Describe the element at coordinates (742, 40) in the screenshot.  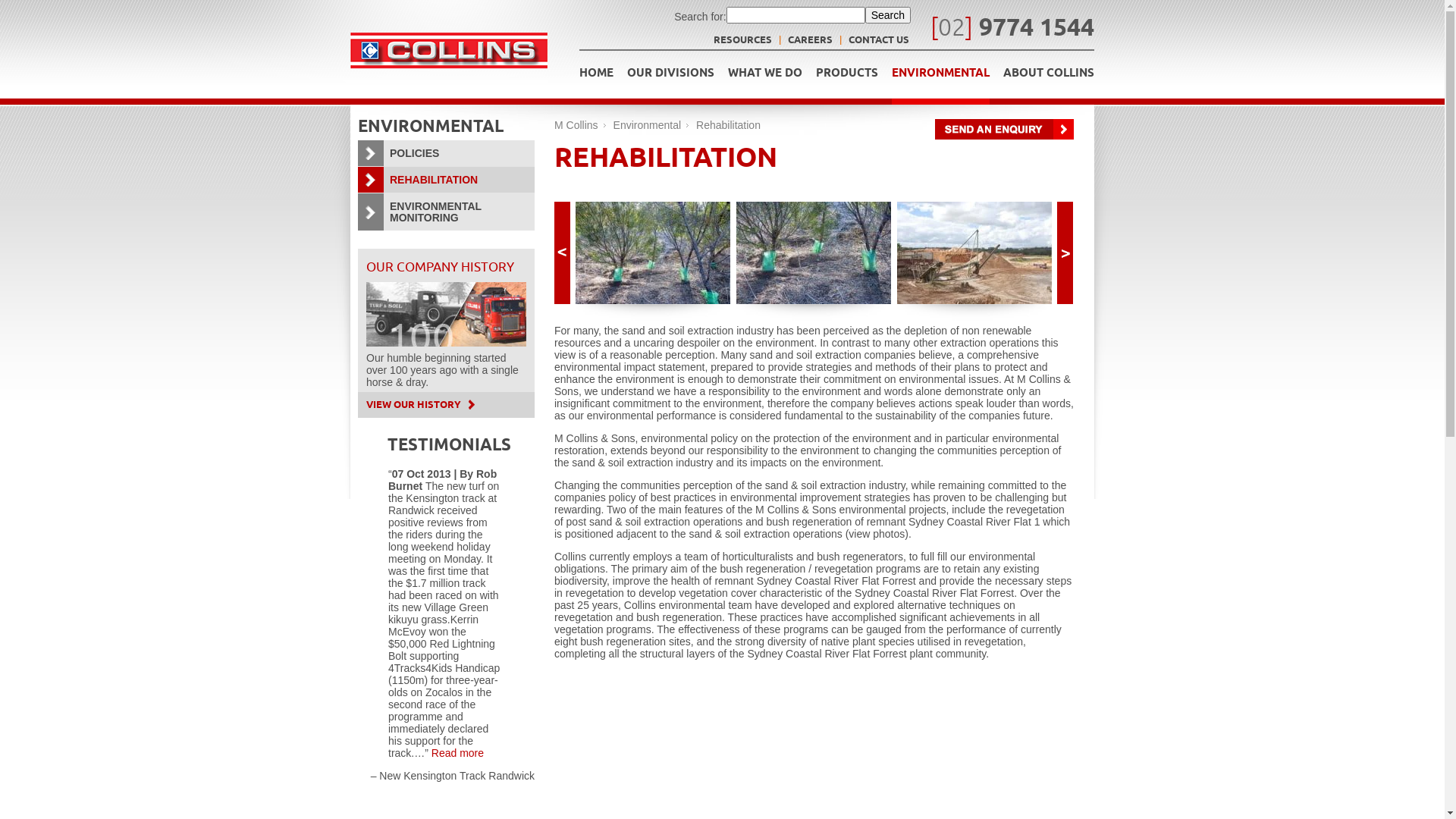
I see `'RESOURCES'` at that location.